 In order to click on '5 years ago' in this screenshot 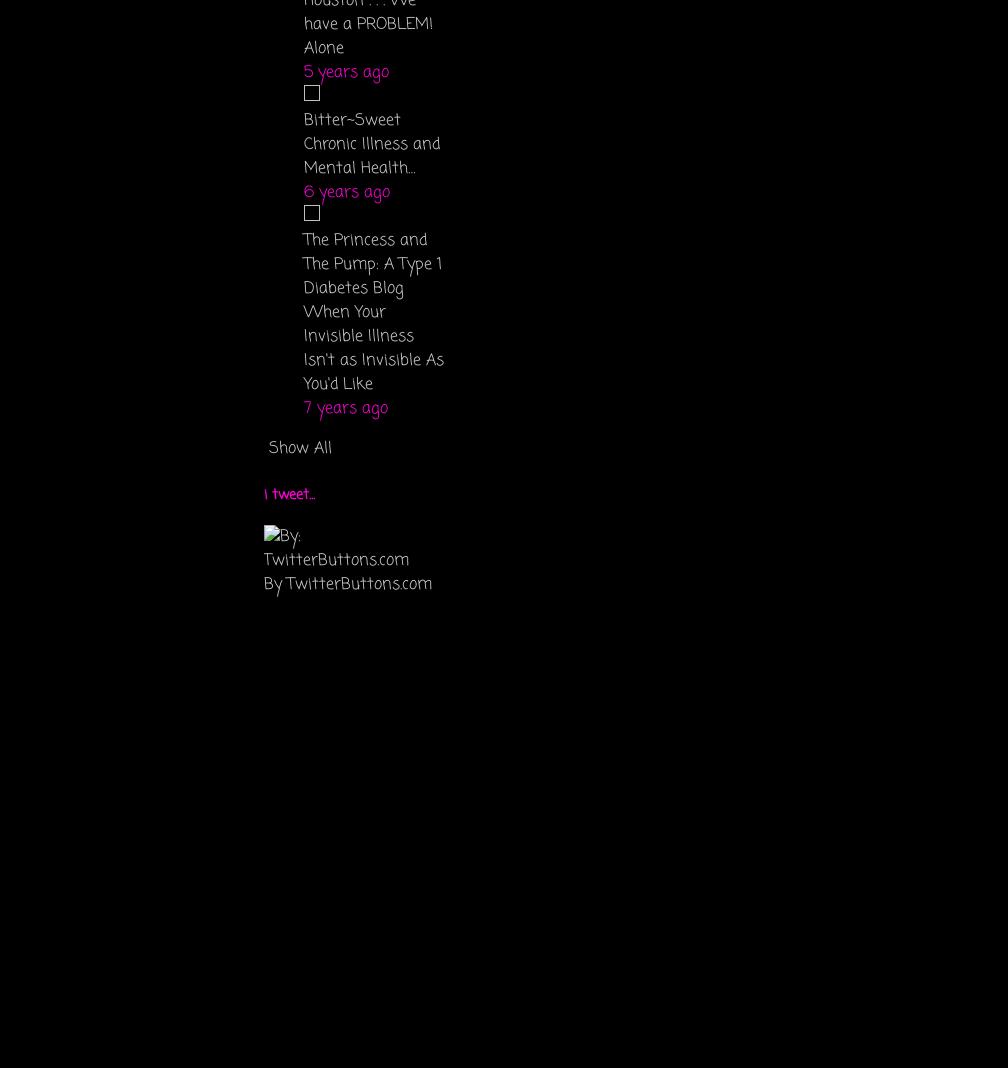, I will do `click(346, 72)`.